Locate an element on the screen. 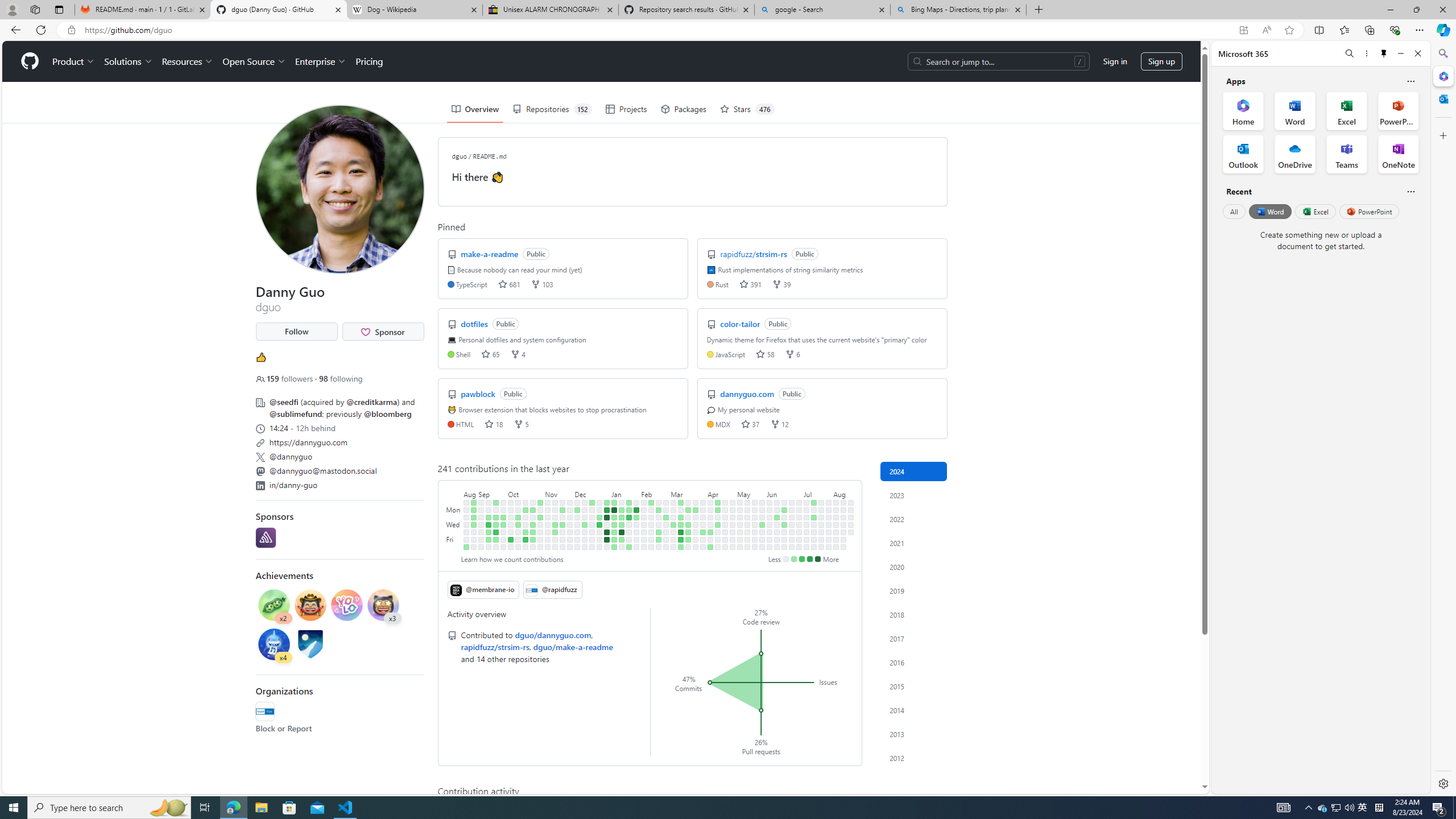 The height and width of the screenshot is (819, 1456). 'No contributions on September 29th.' is located at coordinates (503, 539).